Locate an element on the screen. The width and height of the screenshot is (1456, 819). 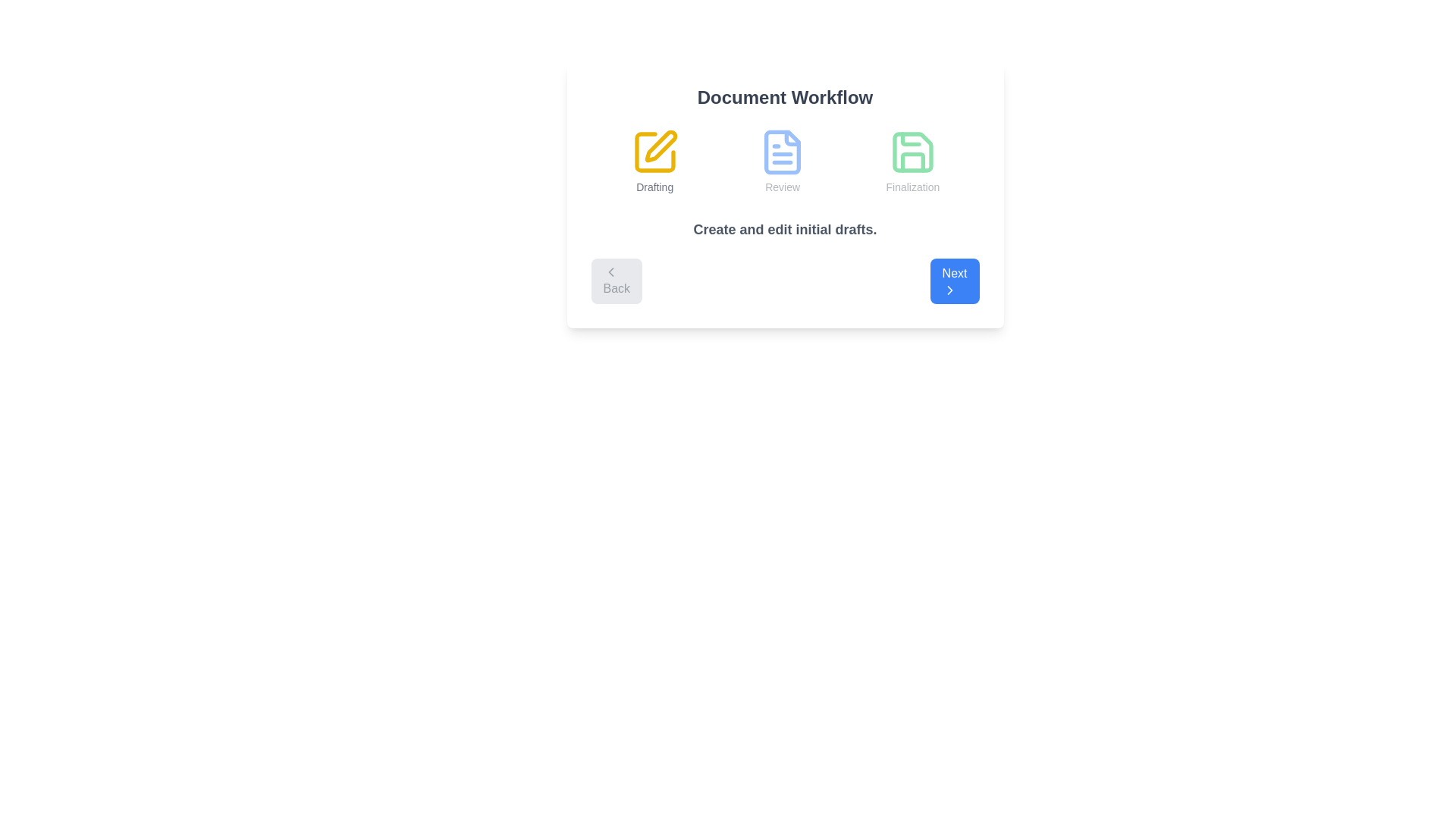
the Finalization step icon in the Document Workflow panel, which is centrally located in the Finalization section of the interface is located at coordinates (912, 152).